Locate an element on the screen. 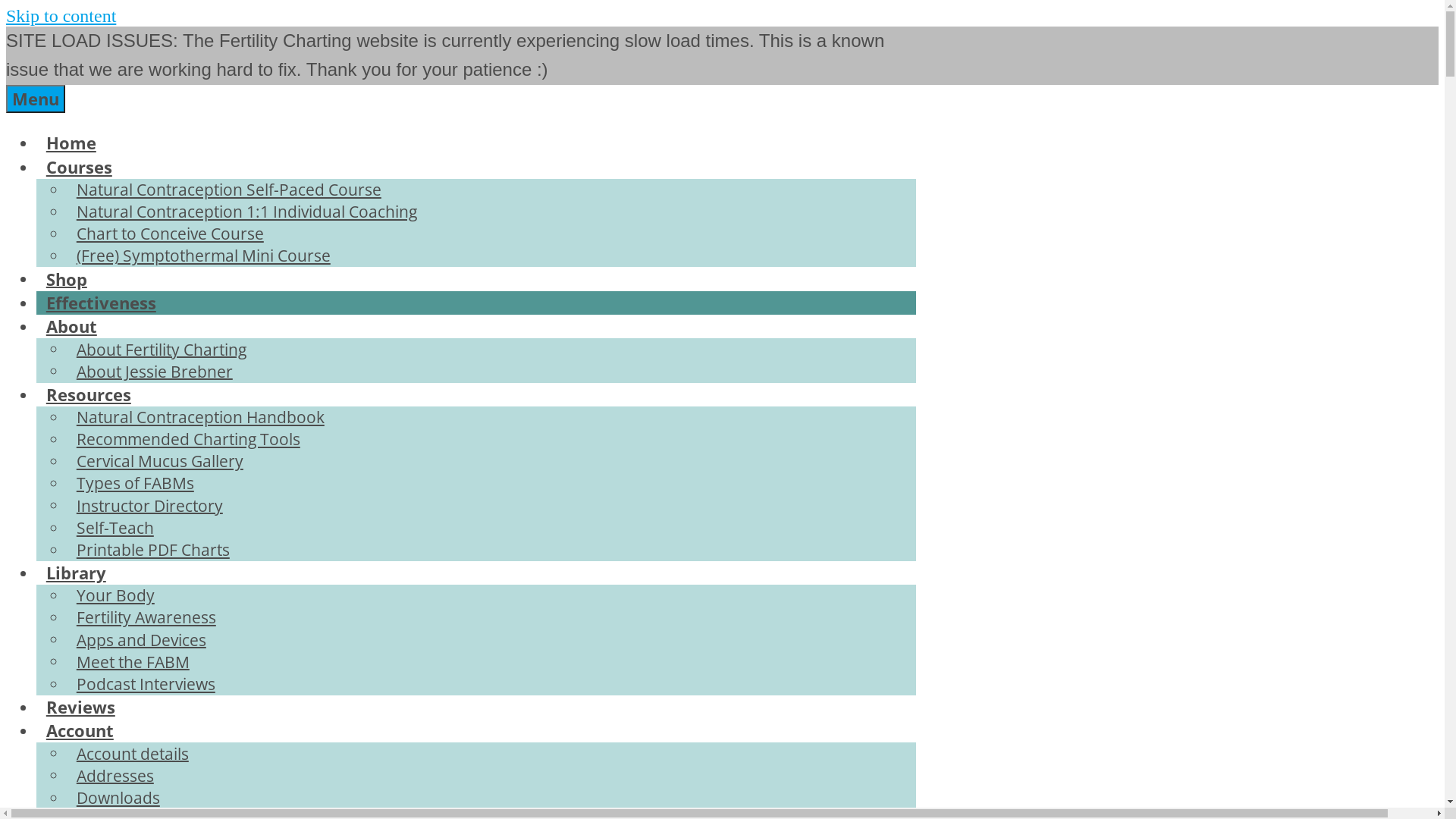  'Menu' is located at coordinates (36, 99).